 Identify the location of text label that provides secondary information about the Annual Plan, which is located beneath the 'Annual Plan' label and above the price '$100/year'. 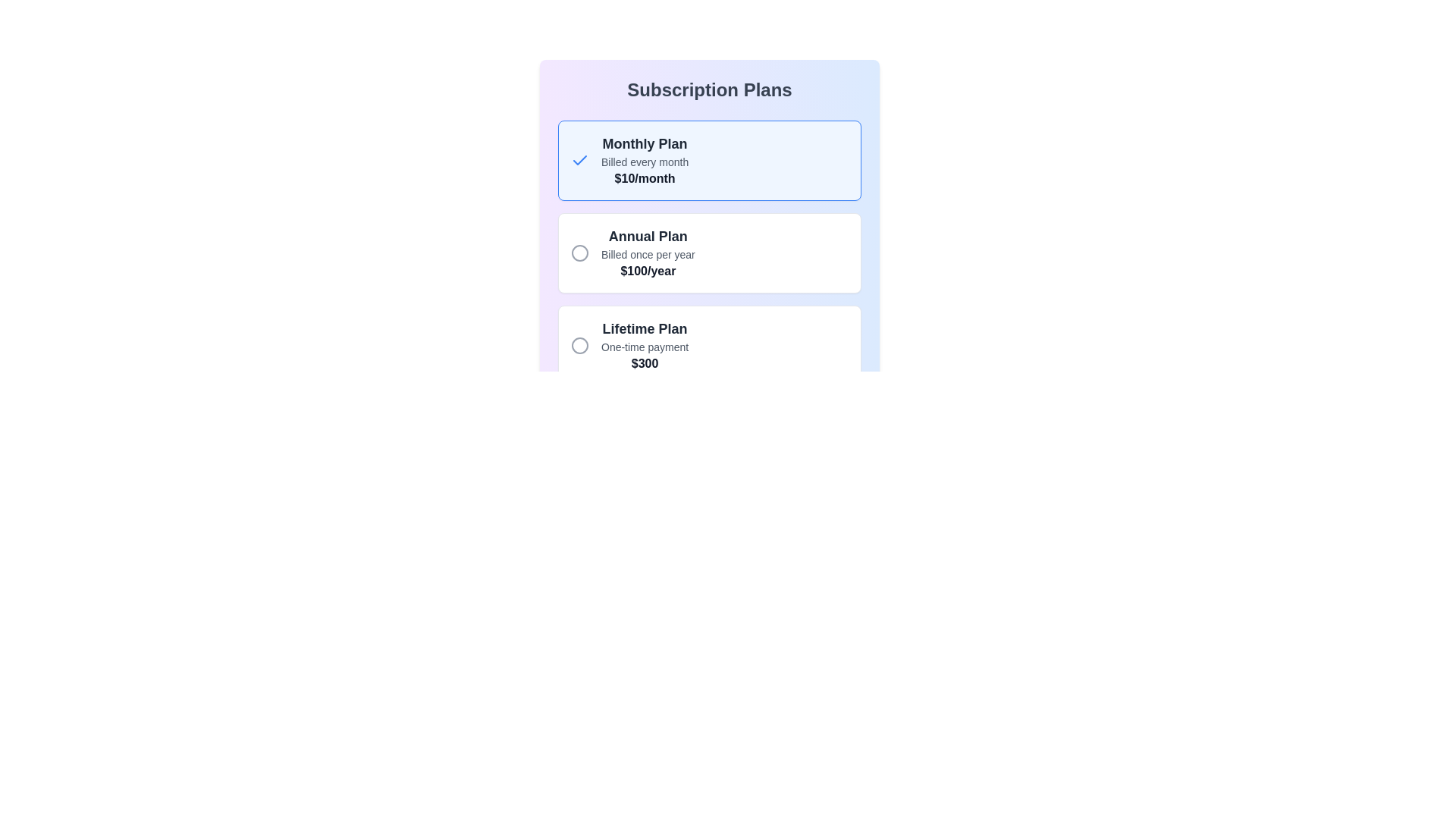
(648, 253).